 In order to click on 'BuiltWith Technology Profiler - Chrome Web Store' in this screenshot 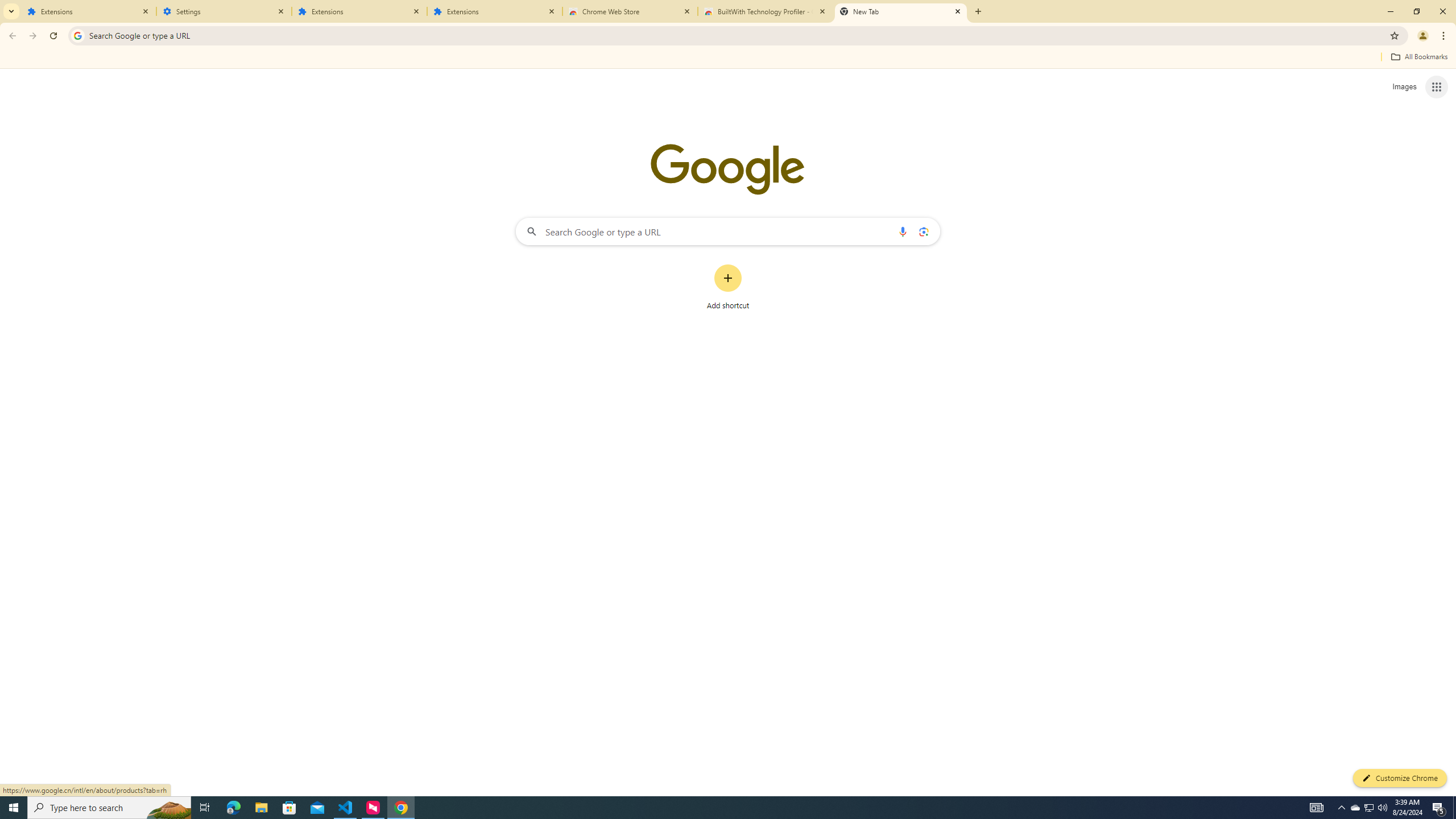, I will do `click(765, 11)`.